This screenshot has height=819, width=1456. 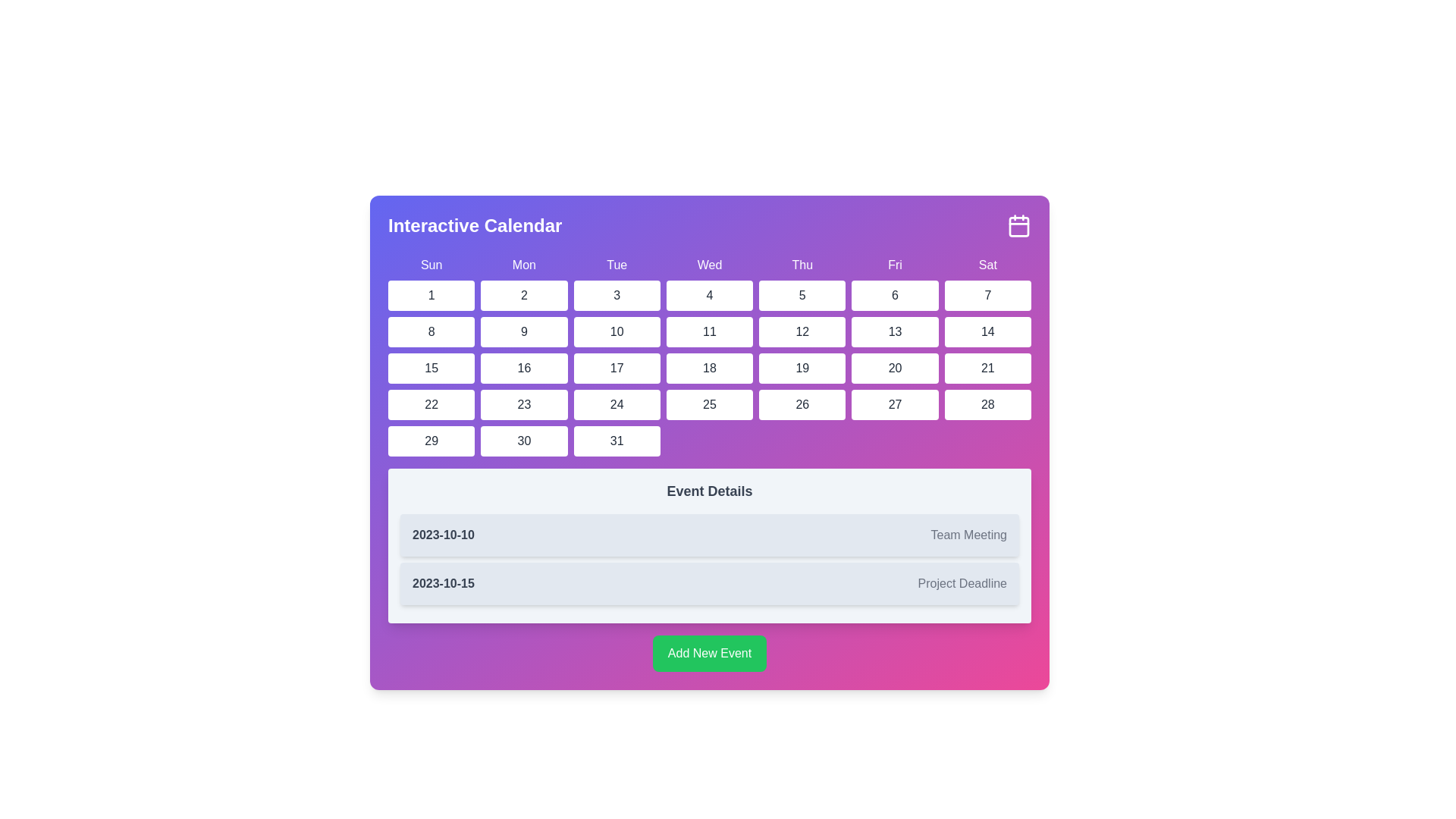 What do you see at coordinates (524, 331) in the screenshot?
I see `the button displaying the number '9' in the calendar grid, located under the 'Mon' column` at bounding box center [524, 331].